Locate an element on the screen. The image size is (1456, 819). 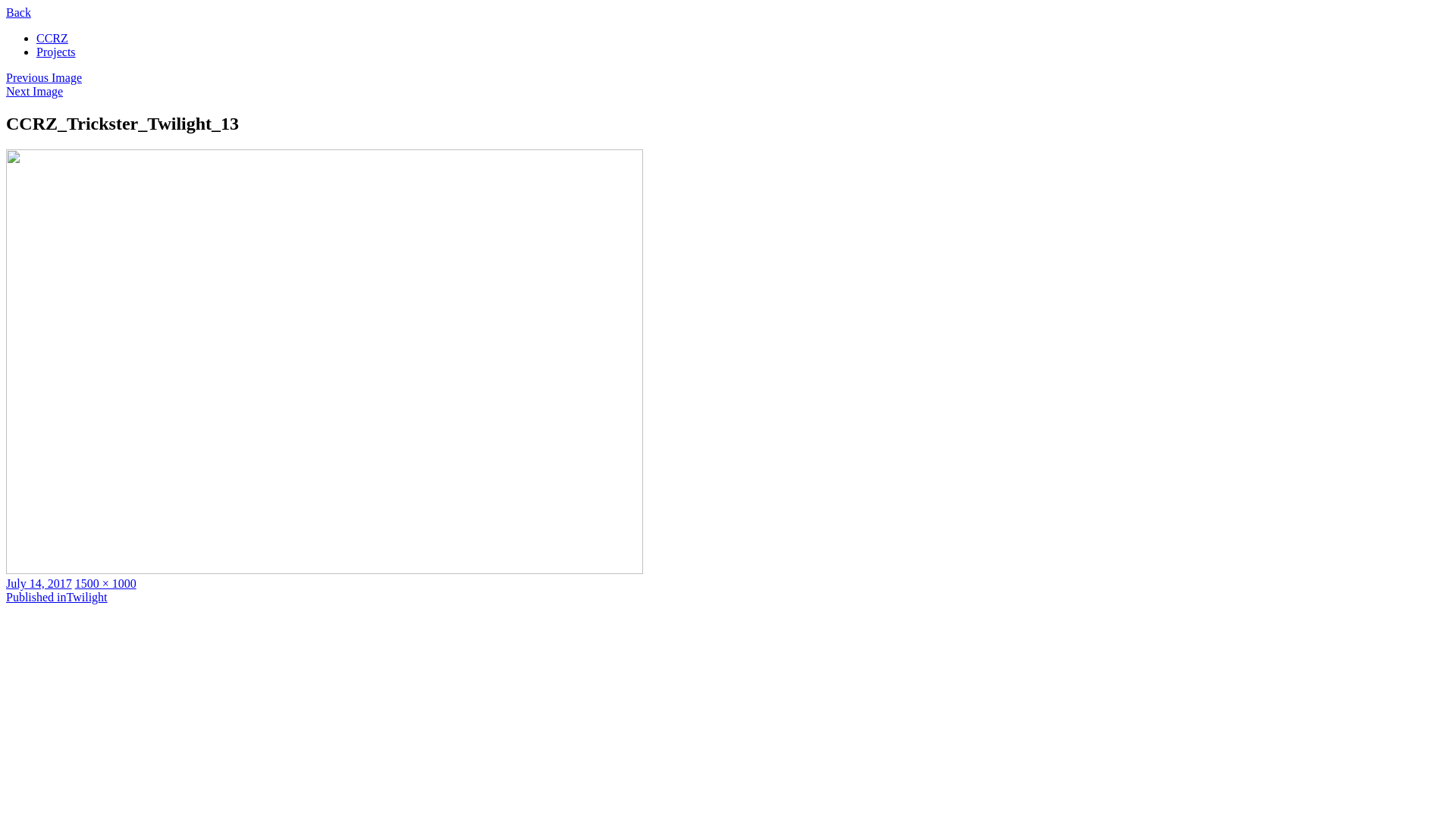
'July 14, 2017' is located at coordinates (39, 582).